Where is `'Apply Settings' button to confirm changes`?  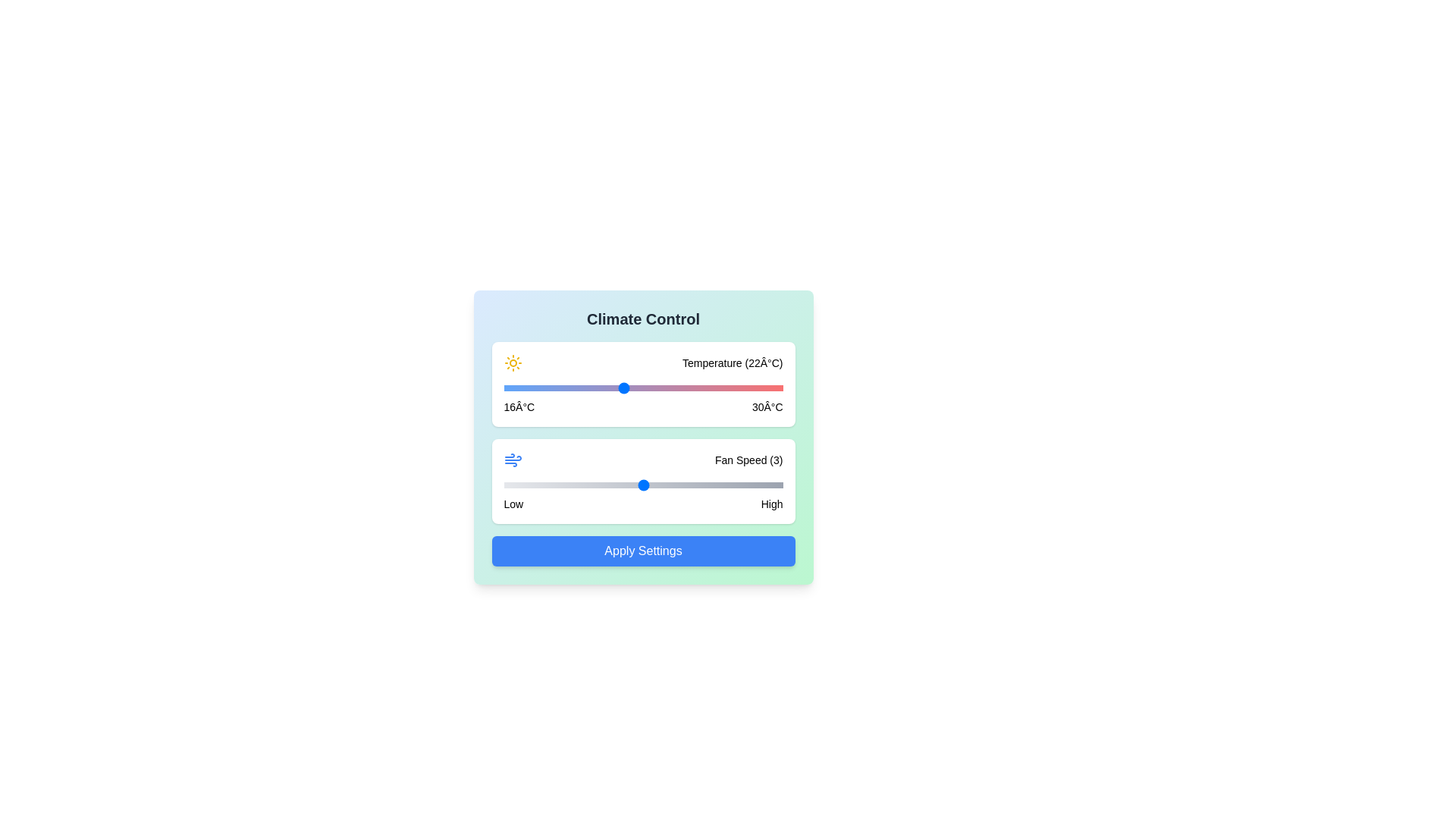 'Apply Settings' button to confirm changes is located at coordinates (643, 551).